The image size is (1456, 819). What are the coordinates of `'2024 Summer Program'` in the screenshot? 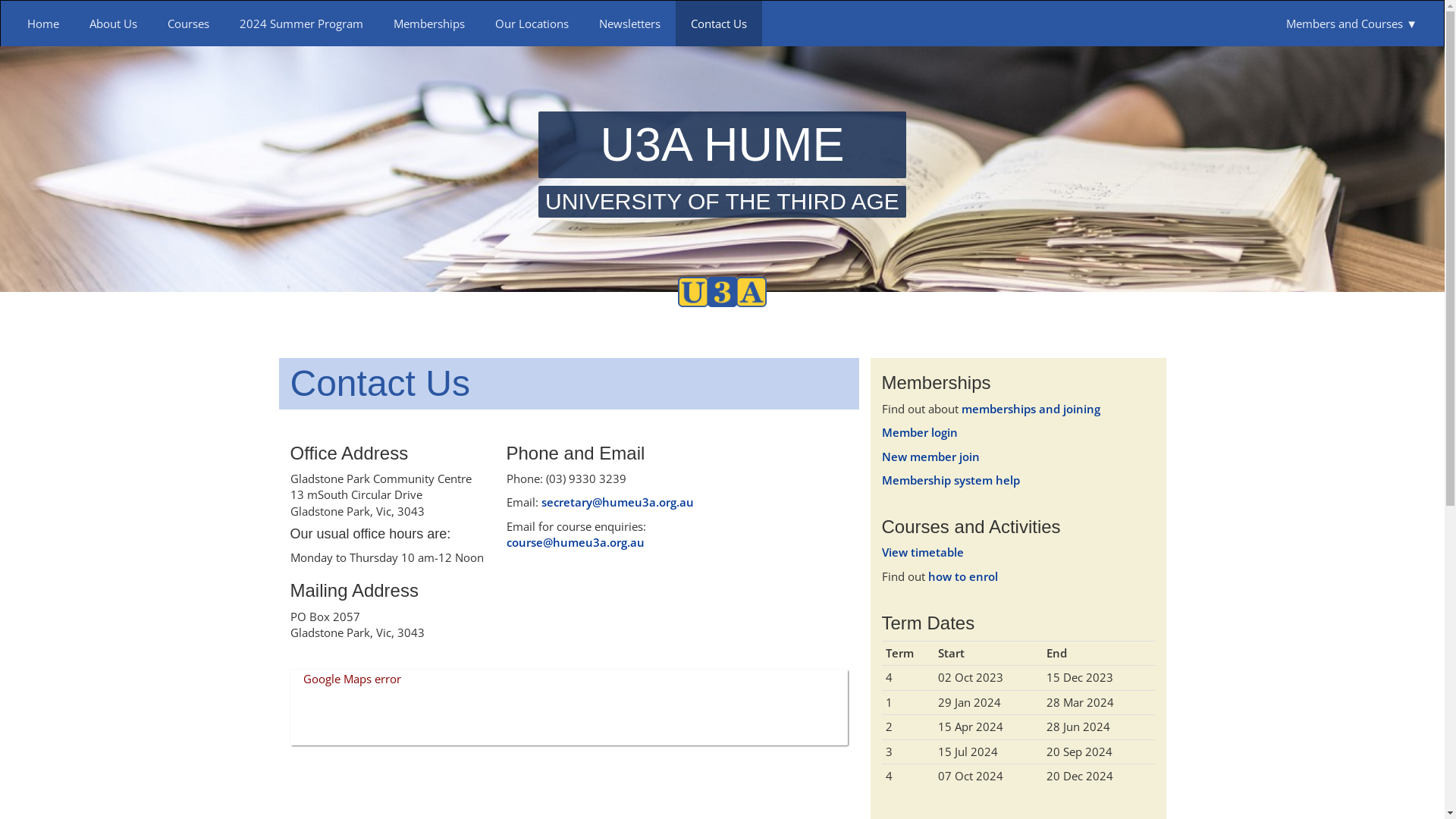 It's located at (301, 23).